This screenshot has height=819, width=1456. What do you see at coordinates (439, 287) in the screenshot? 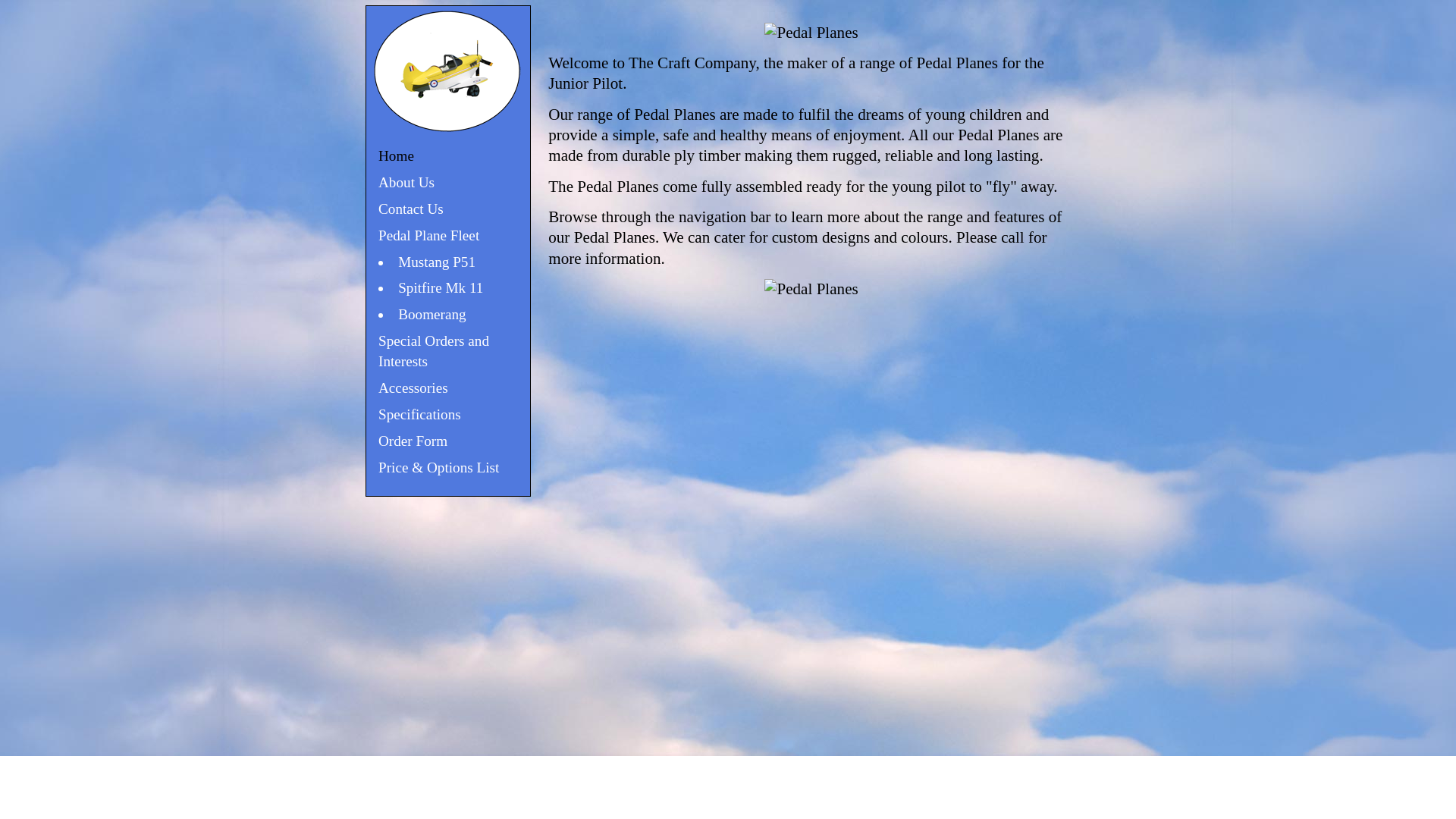
I see `'Spitfire Mk 11'` at bounding box center [439, 287].